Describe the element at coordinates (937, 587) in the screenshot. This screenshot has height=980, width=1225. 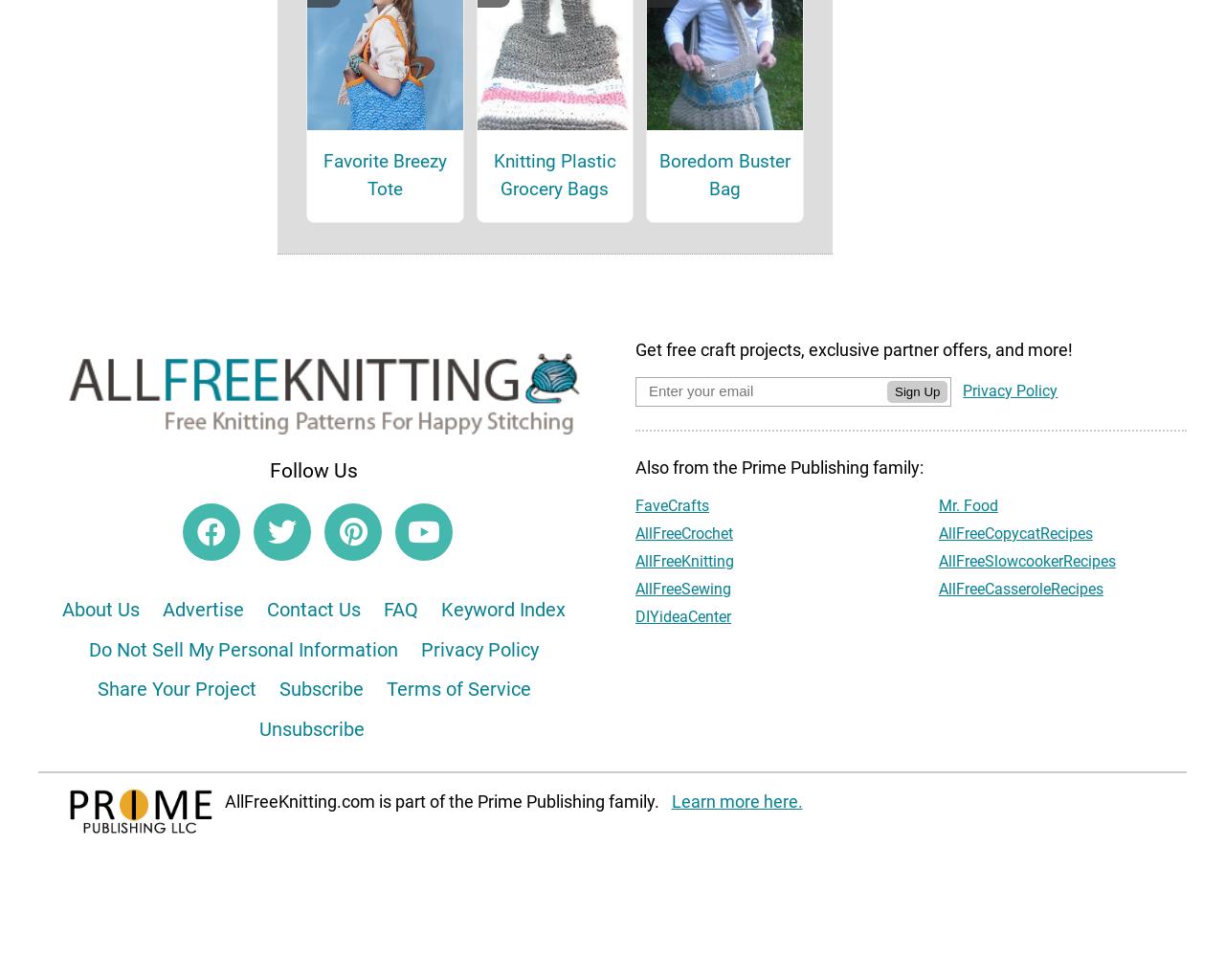
I see `'AllFreeSlowcookerRecipes'` at that location.